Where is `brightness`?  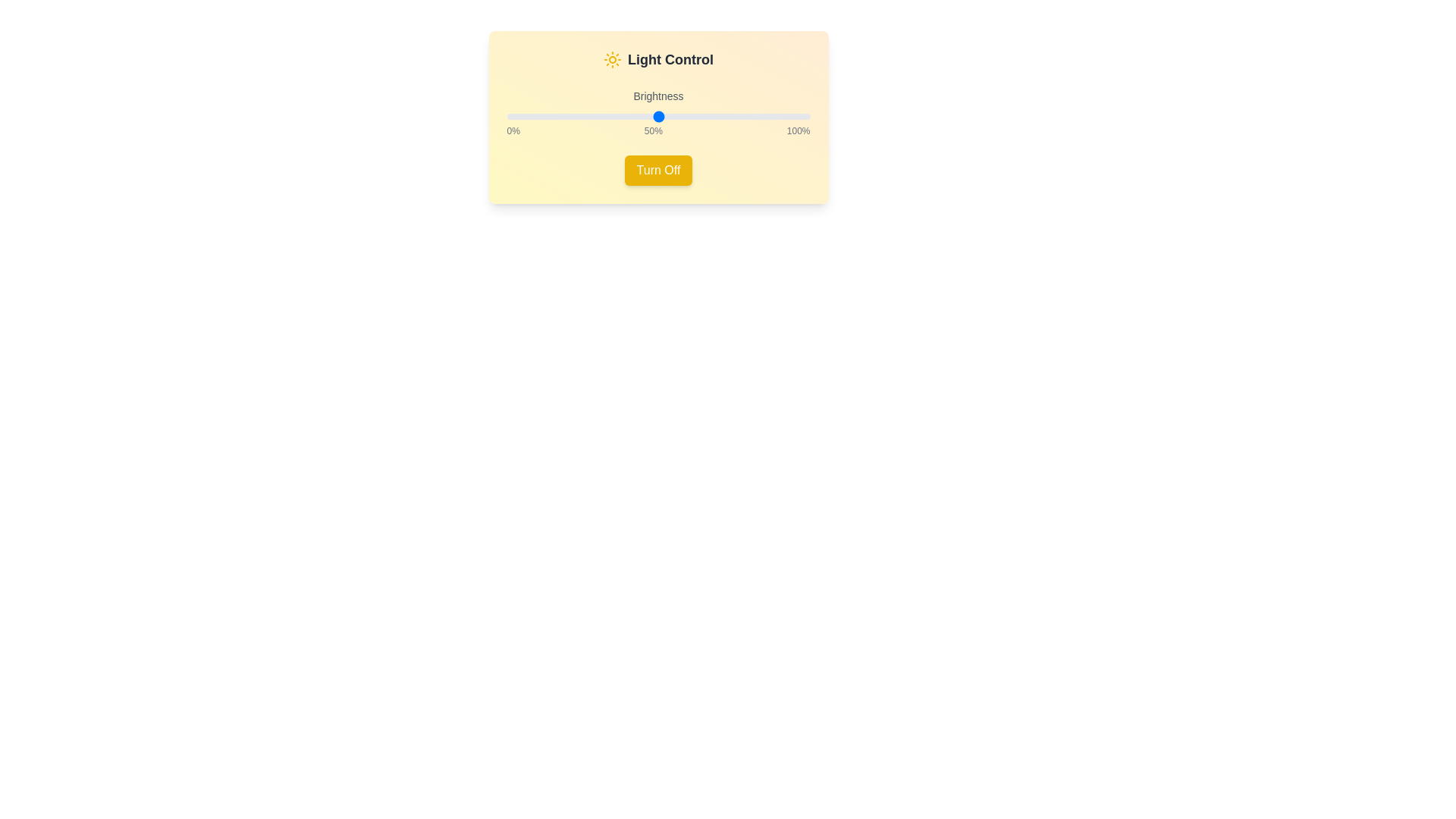
brightness is located at coordinates (752, 116).